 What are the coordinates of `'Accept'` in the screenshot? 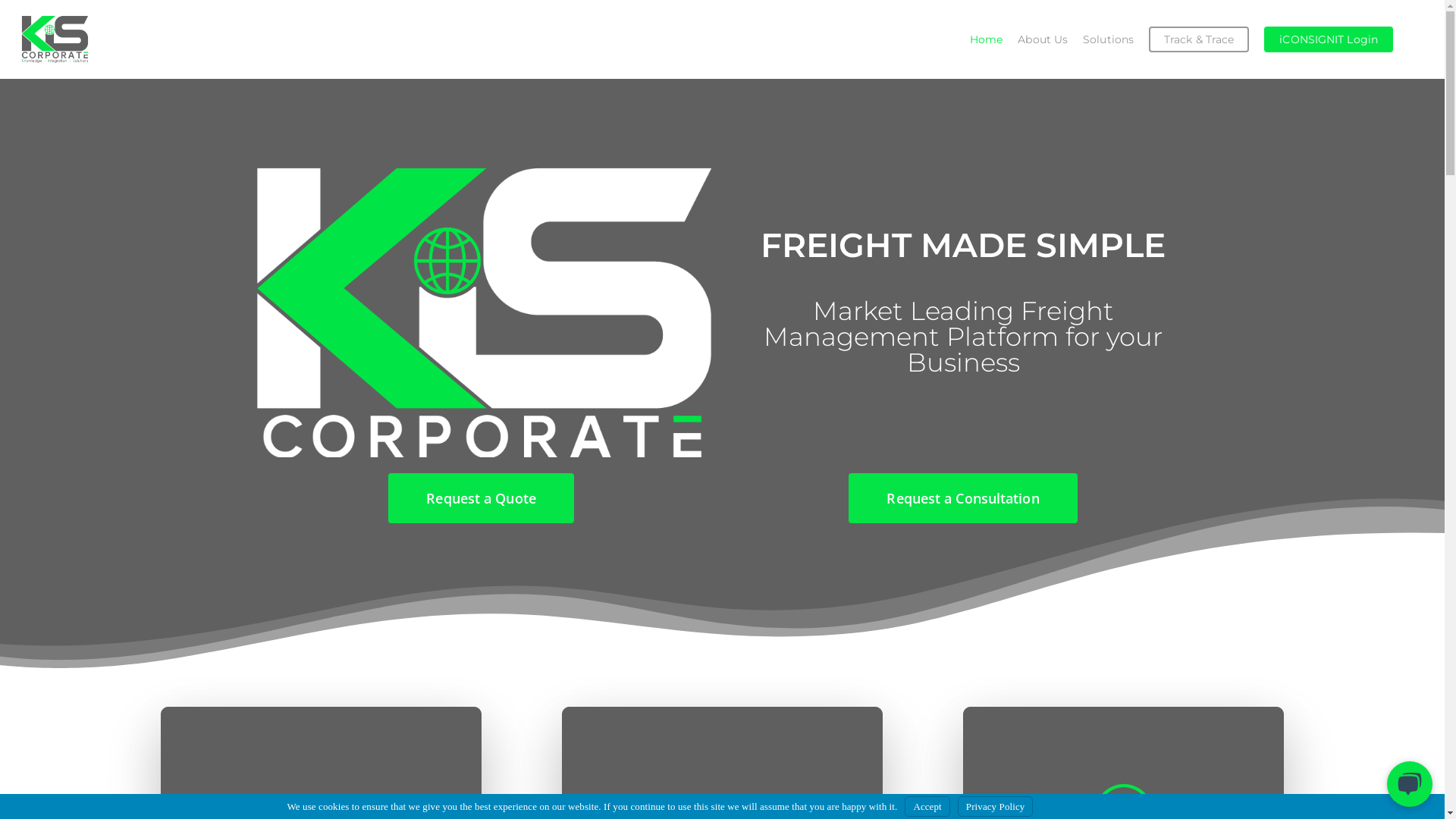 It's located at (926, 805).